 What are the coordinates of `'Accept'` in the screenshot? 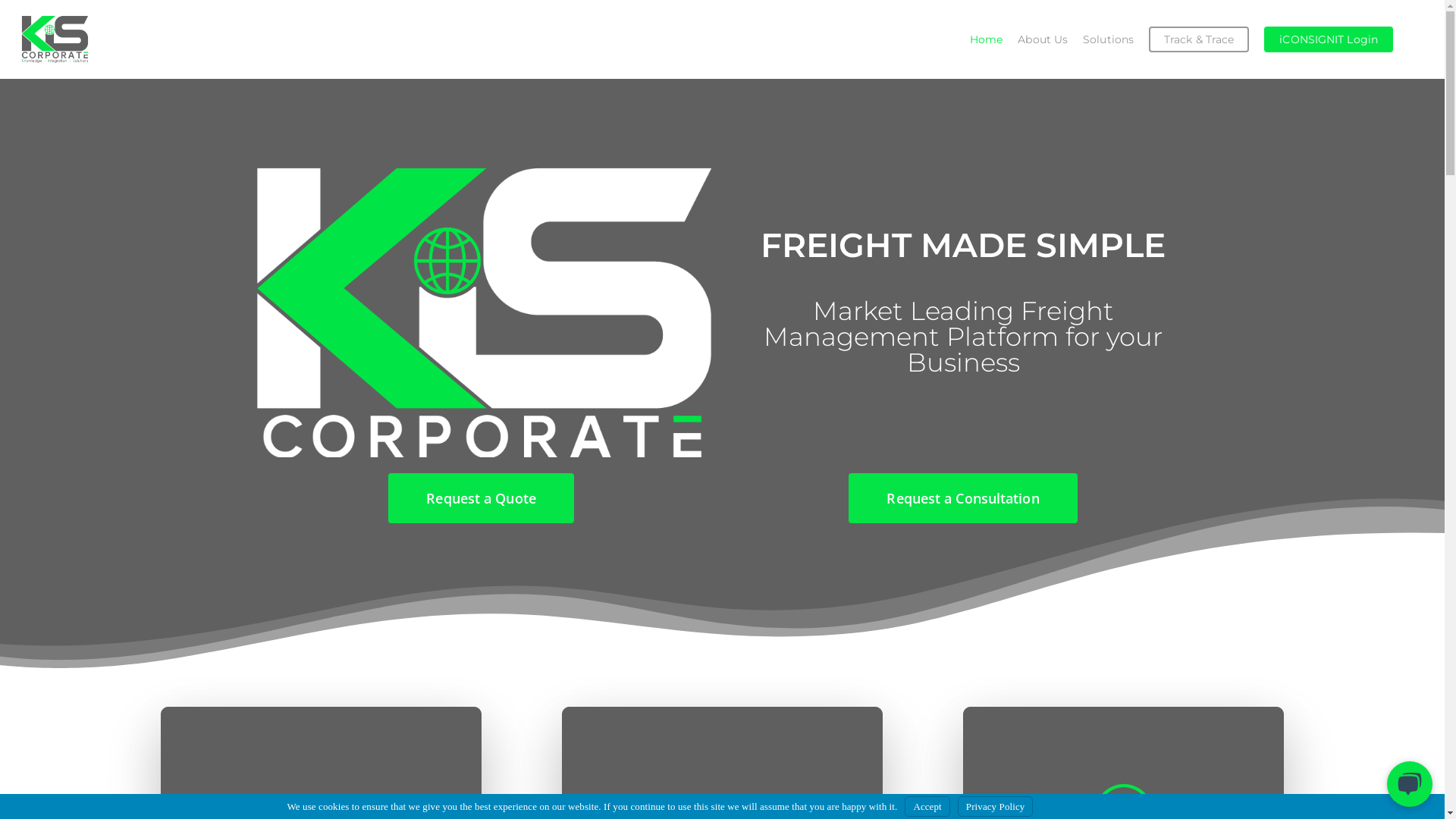 It's located at (926, 805).